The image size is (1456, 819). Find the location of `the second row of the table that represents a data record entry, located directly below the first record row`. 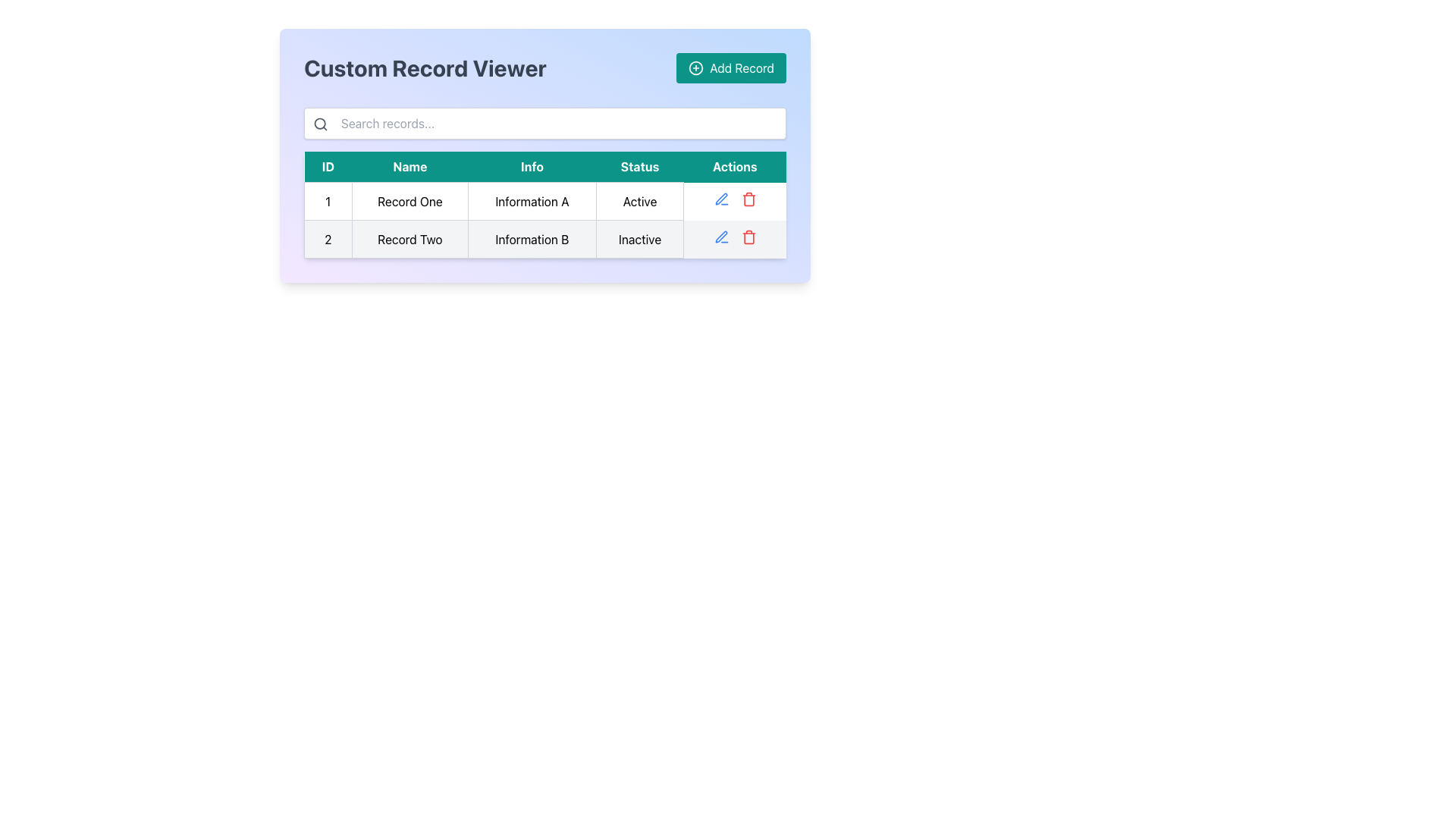

the second row of the table that represents a data record entry, located directly below the first record row is located at coordinates (545, 239).